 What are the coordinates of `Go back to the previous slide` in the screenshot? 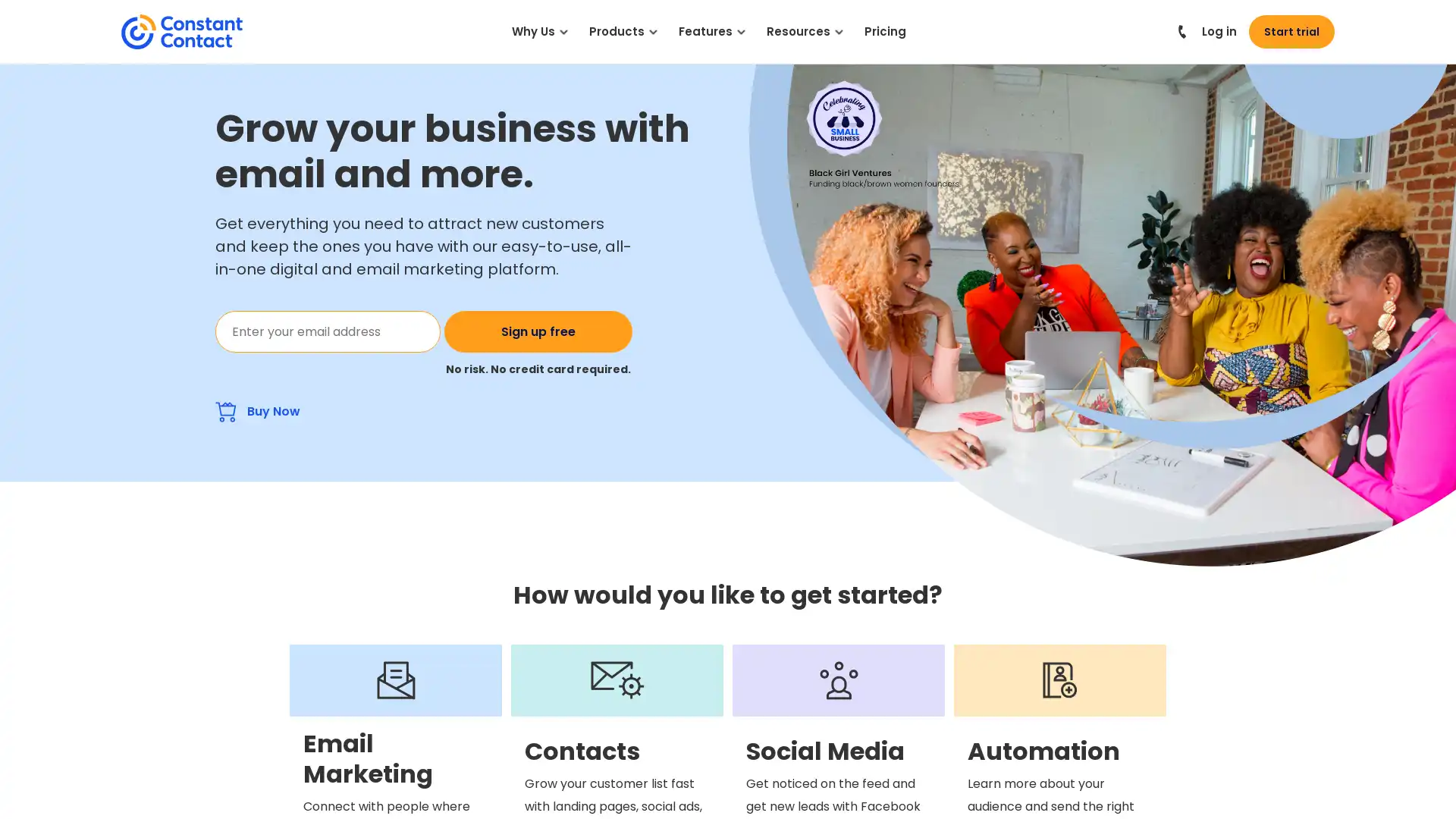 It's located at (836, 192).